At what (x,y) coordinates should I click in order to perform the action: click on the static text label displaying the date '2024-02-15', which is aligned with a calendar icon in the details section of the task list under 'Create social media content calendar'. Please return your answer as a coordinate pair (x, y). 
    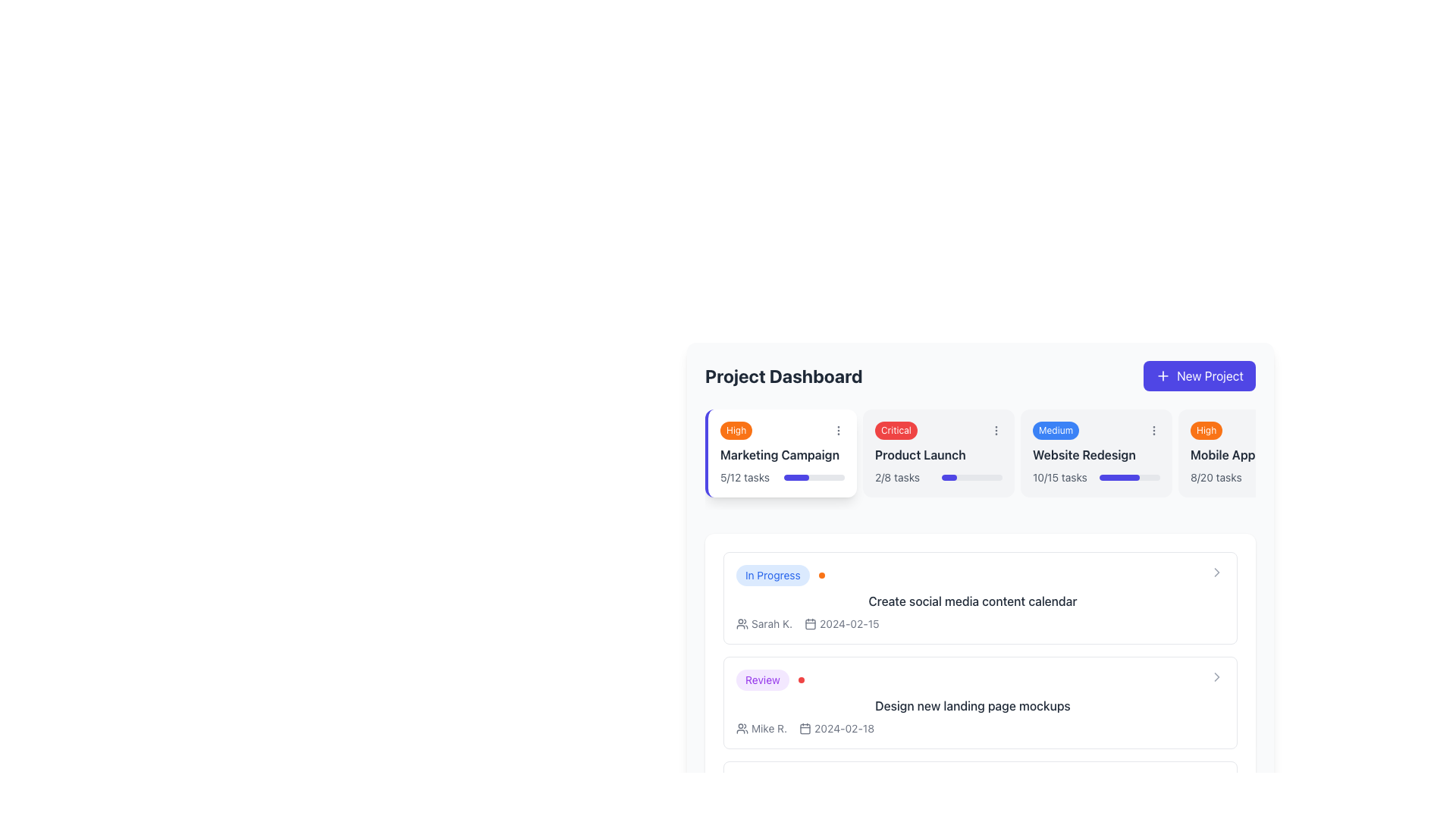
    Looking at the image, I should click on (849, 623).